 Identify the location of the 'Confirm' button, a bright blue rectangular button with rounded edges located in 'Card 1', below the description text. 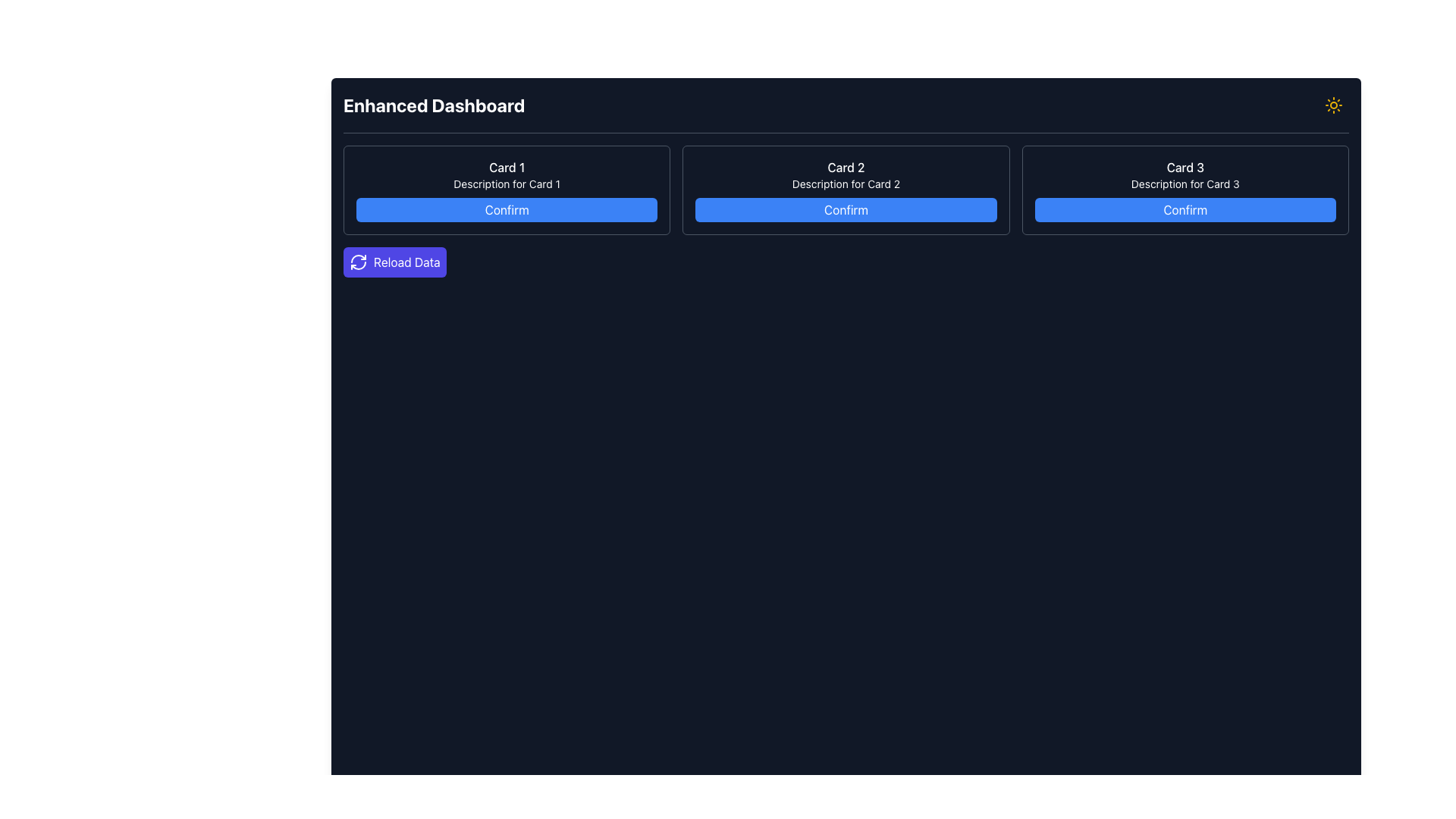
(507, 210).